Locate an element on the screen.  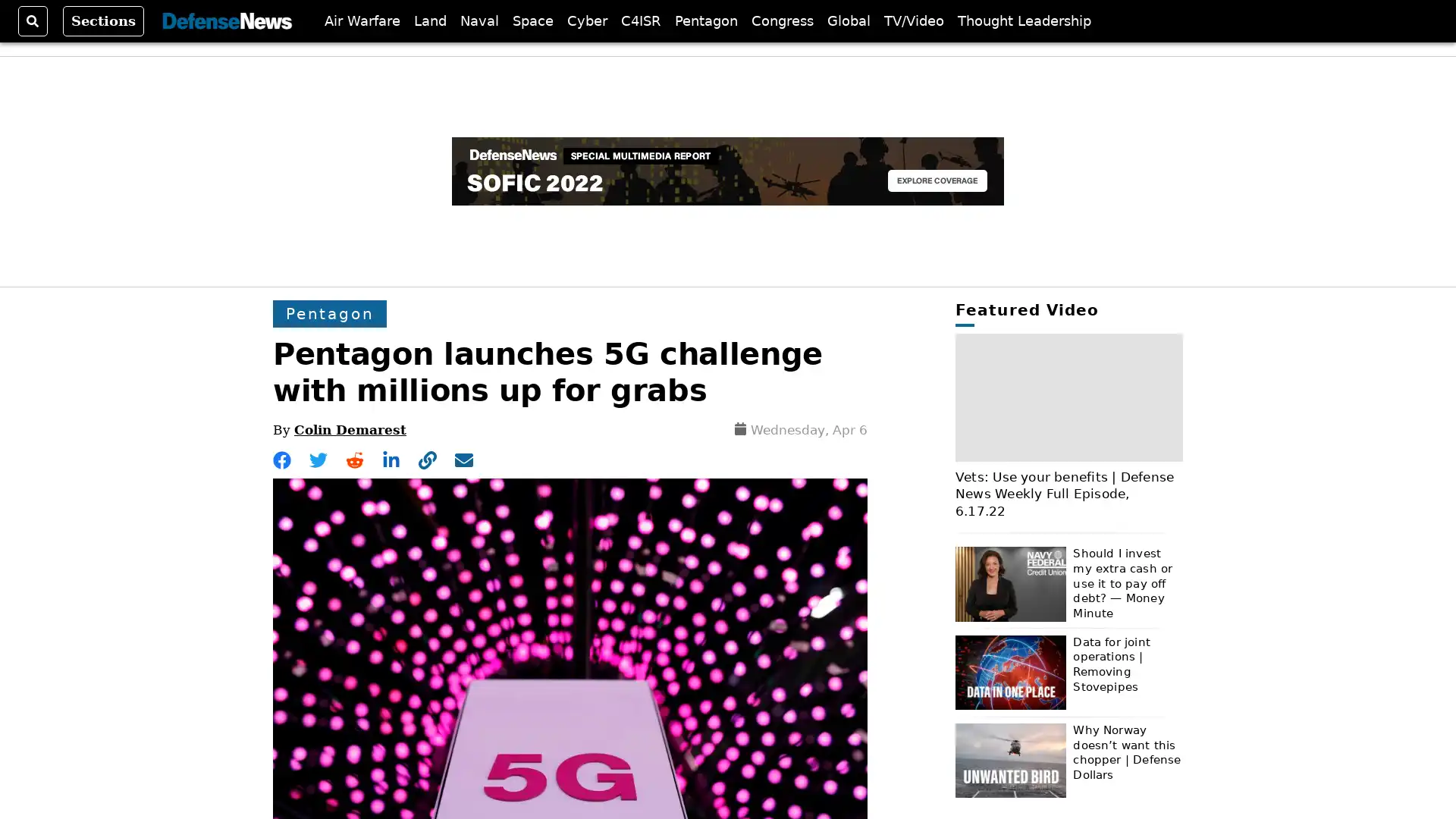
linkedin is located at coordinates (391, 459).